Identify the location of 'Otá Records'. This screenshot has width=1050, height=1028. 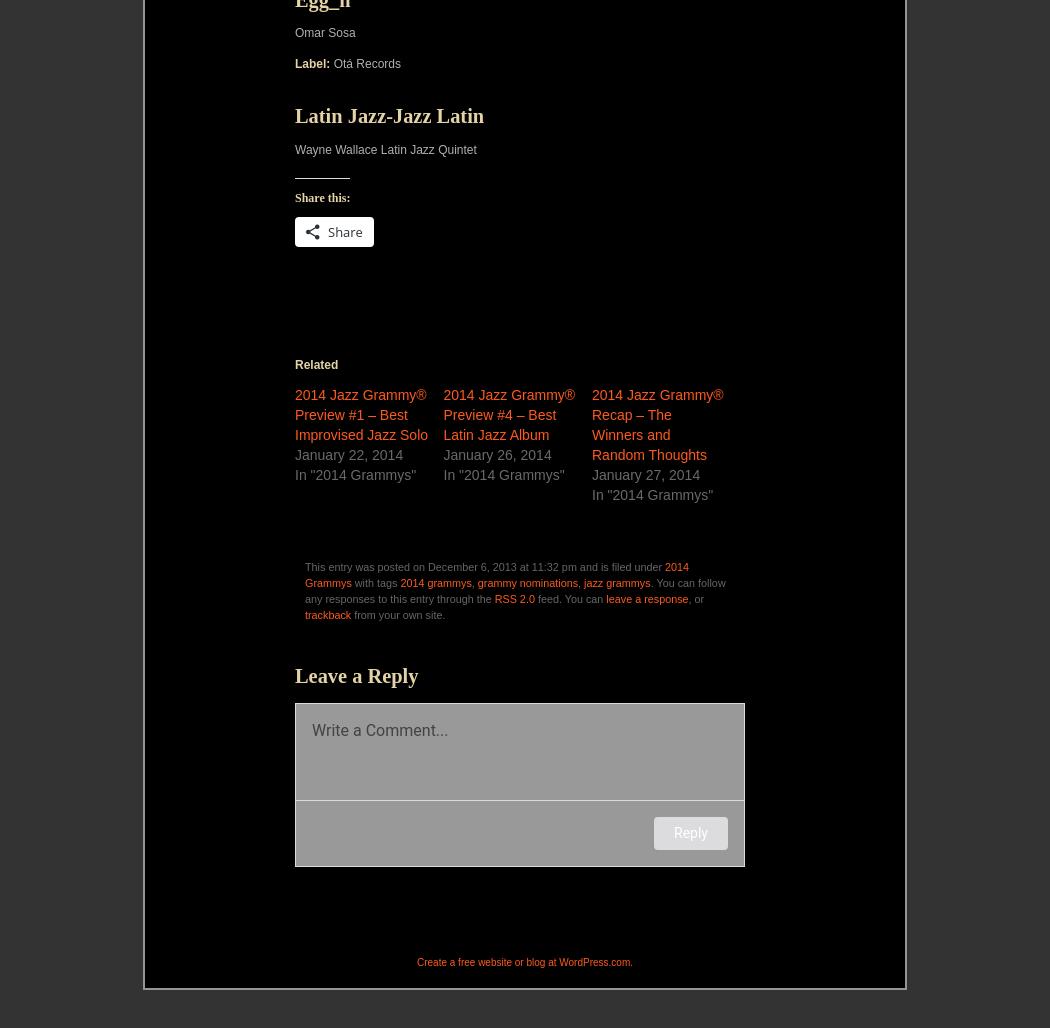
(330, 64).